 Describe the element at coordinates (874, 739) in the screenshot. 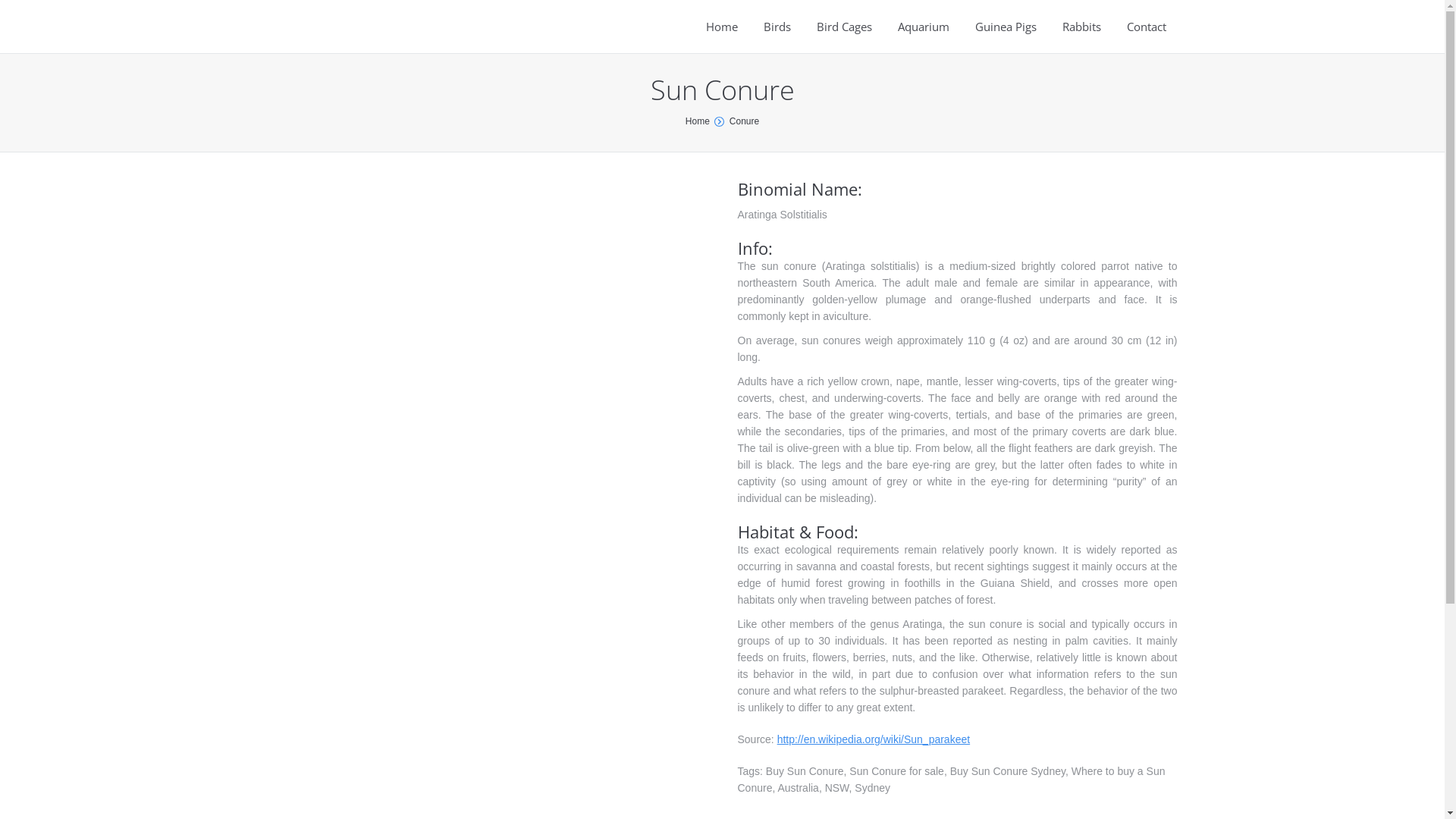

I see `'http://en.wikipedia.org/wiki/Sun_parakeet'` at that location.